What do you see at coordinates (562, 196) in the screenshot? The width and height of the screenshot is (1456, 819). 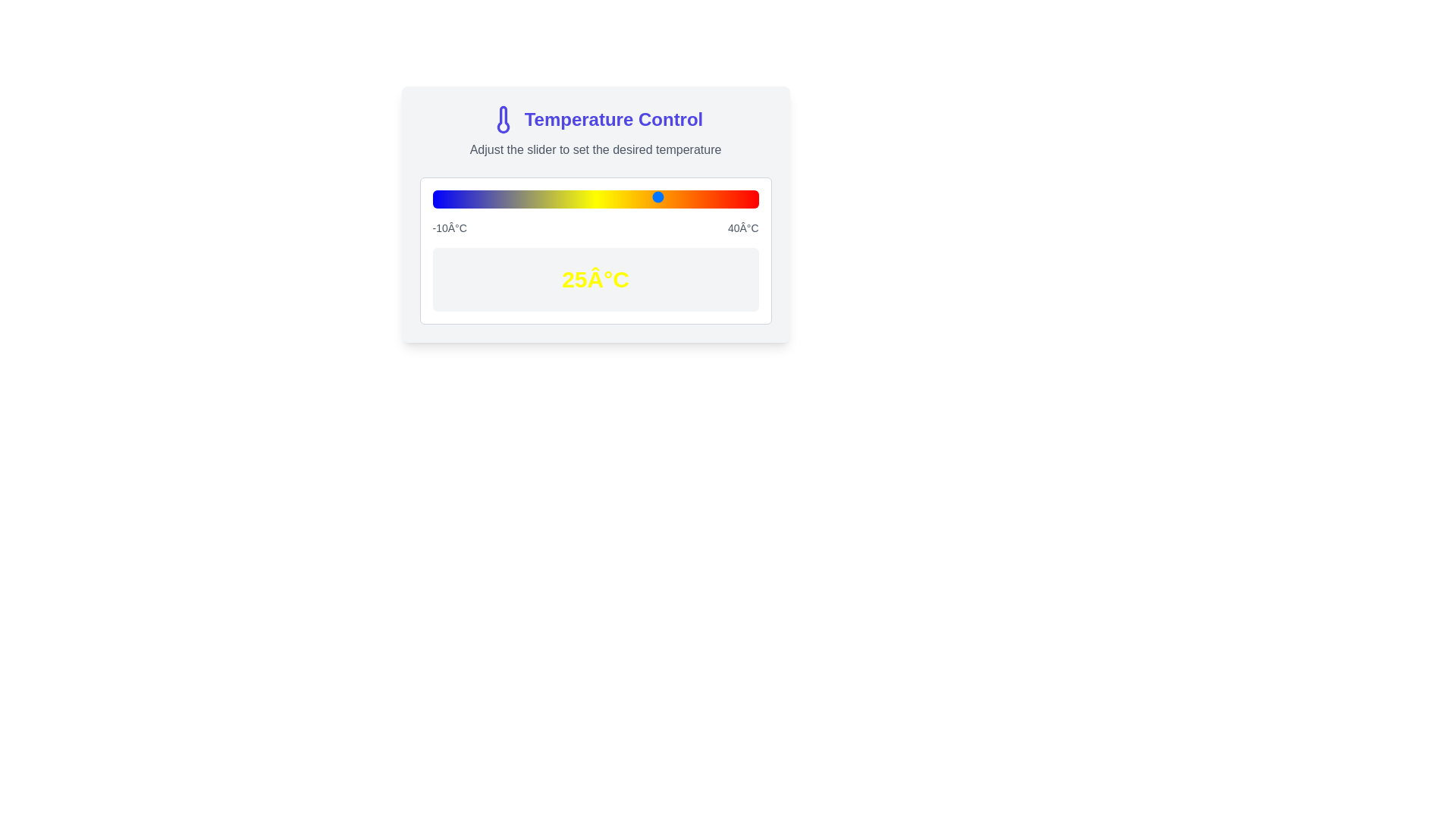 I see `the slider to set the temperature to 10°C` at bounding box center [562, 196].